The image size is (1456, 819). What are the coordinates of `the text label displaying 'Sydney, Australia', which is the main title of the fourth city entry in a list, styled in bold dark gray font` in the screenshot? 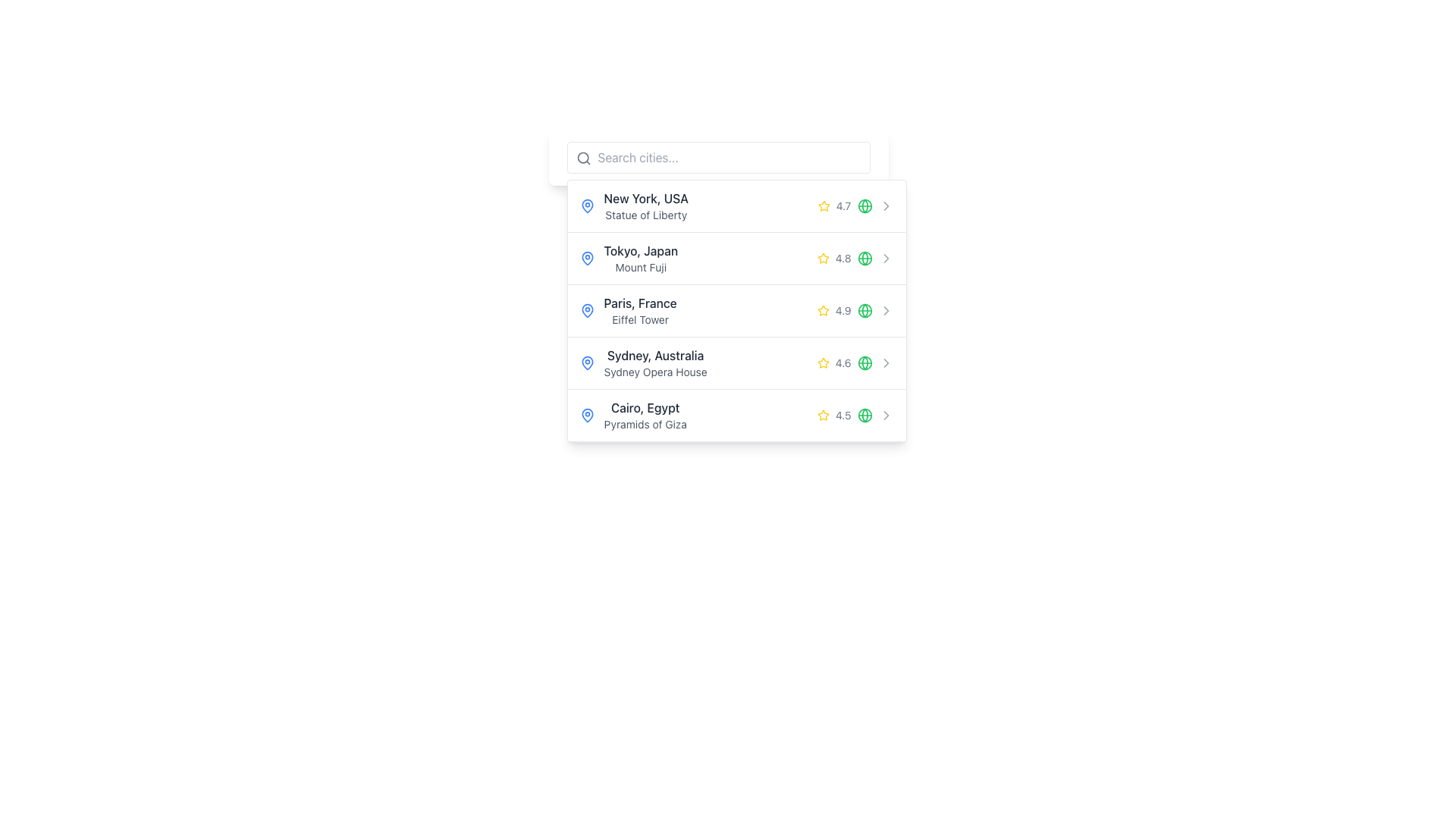 It's located at (655, 356).